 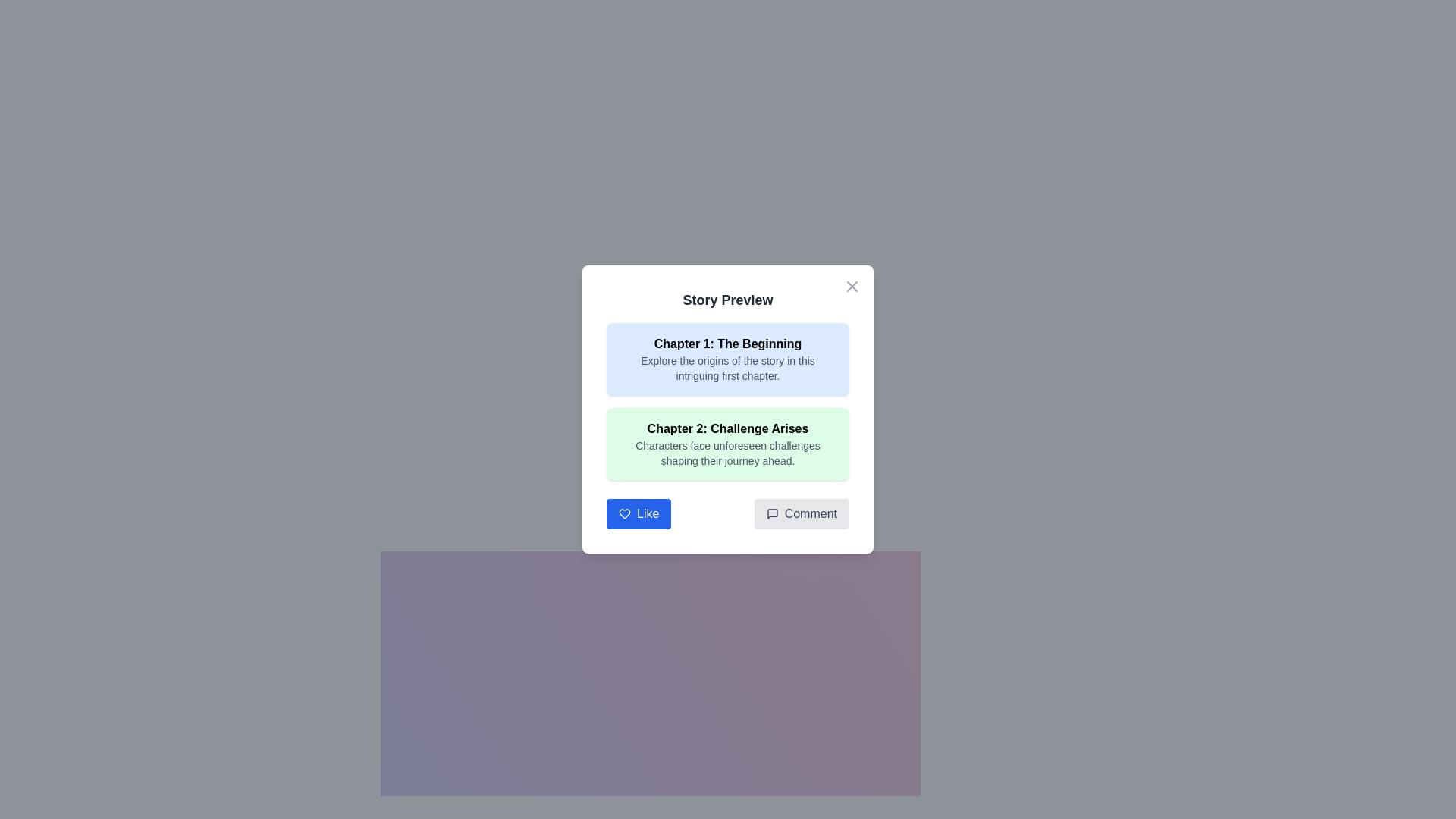 I want to click on the heart-shaped icon within the blue 'Like' button, which is located next to the 'Comment' button in the lower-left portion of the pop-up modal, so click(x=625, y=513).